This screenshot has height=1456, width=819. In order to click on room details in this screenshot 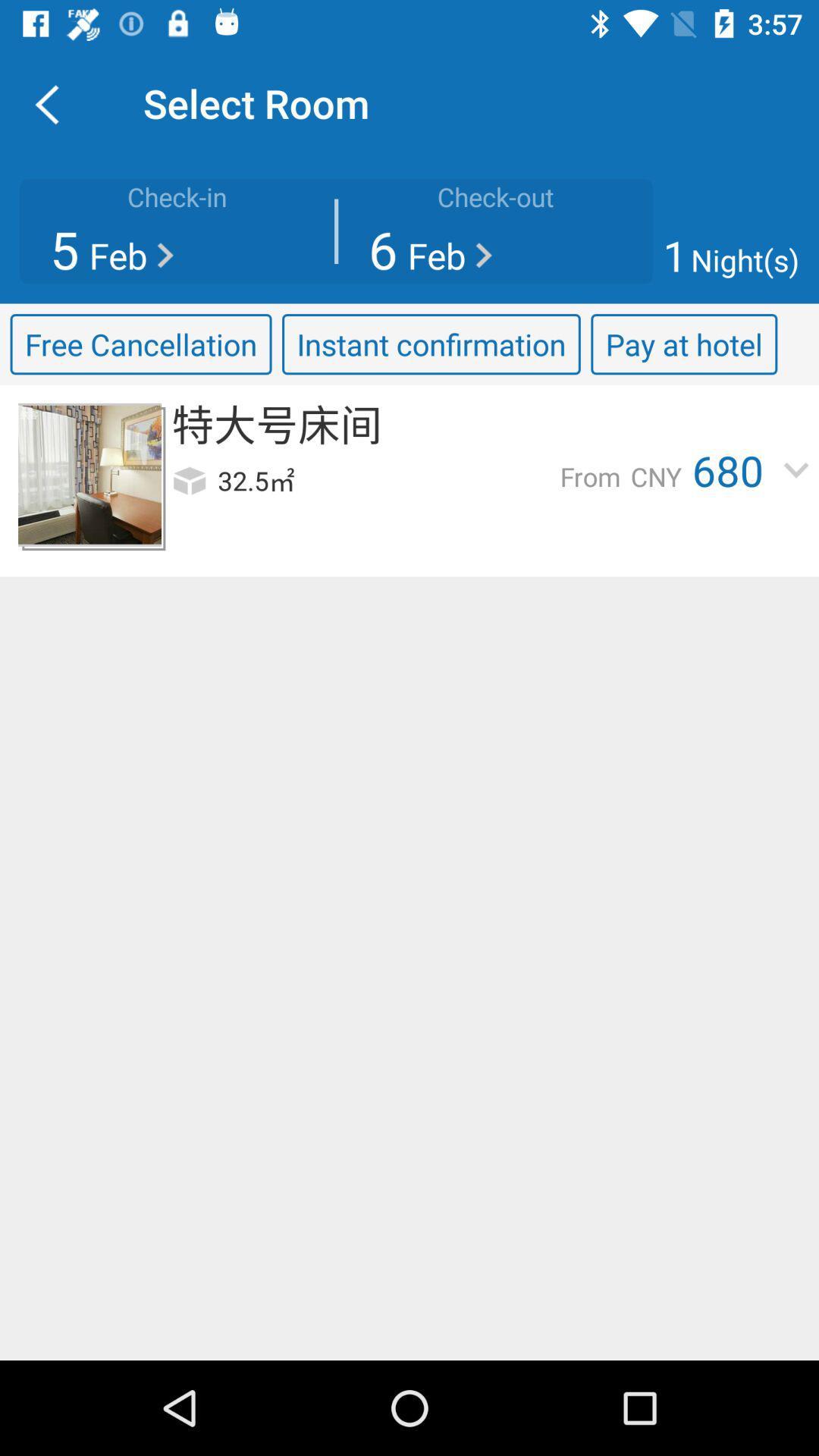, I will do `click(89, 474)`.